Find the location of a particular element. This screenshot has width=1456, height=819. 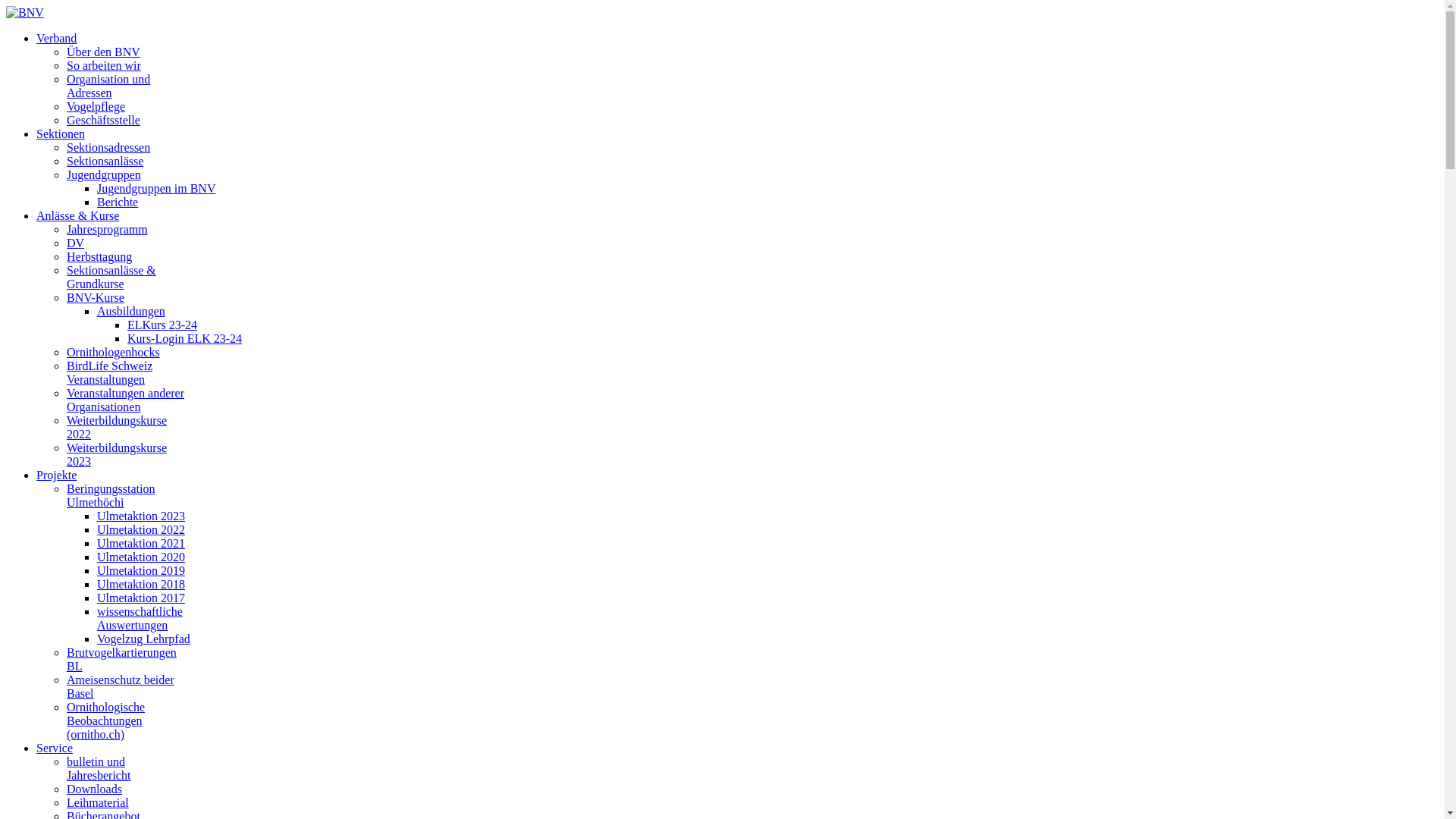

'Ulmetaktion 2020' is located at coordinates (141, 557).